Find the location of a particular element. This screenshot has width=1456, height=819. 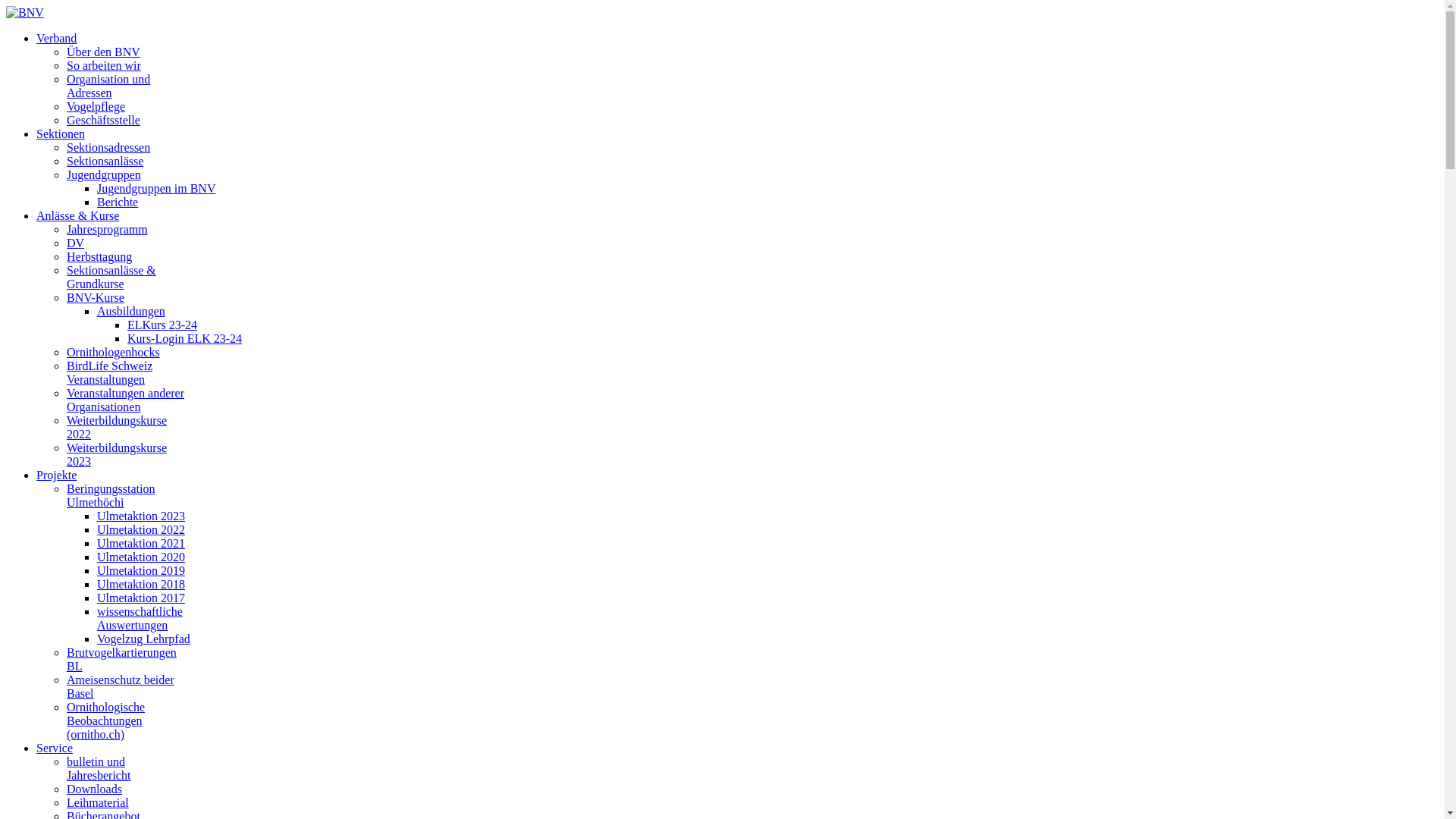

'Ulmetaktion 2020' is located at coordinates (141, 557).